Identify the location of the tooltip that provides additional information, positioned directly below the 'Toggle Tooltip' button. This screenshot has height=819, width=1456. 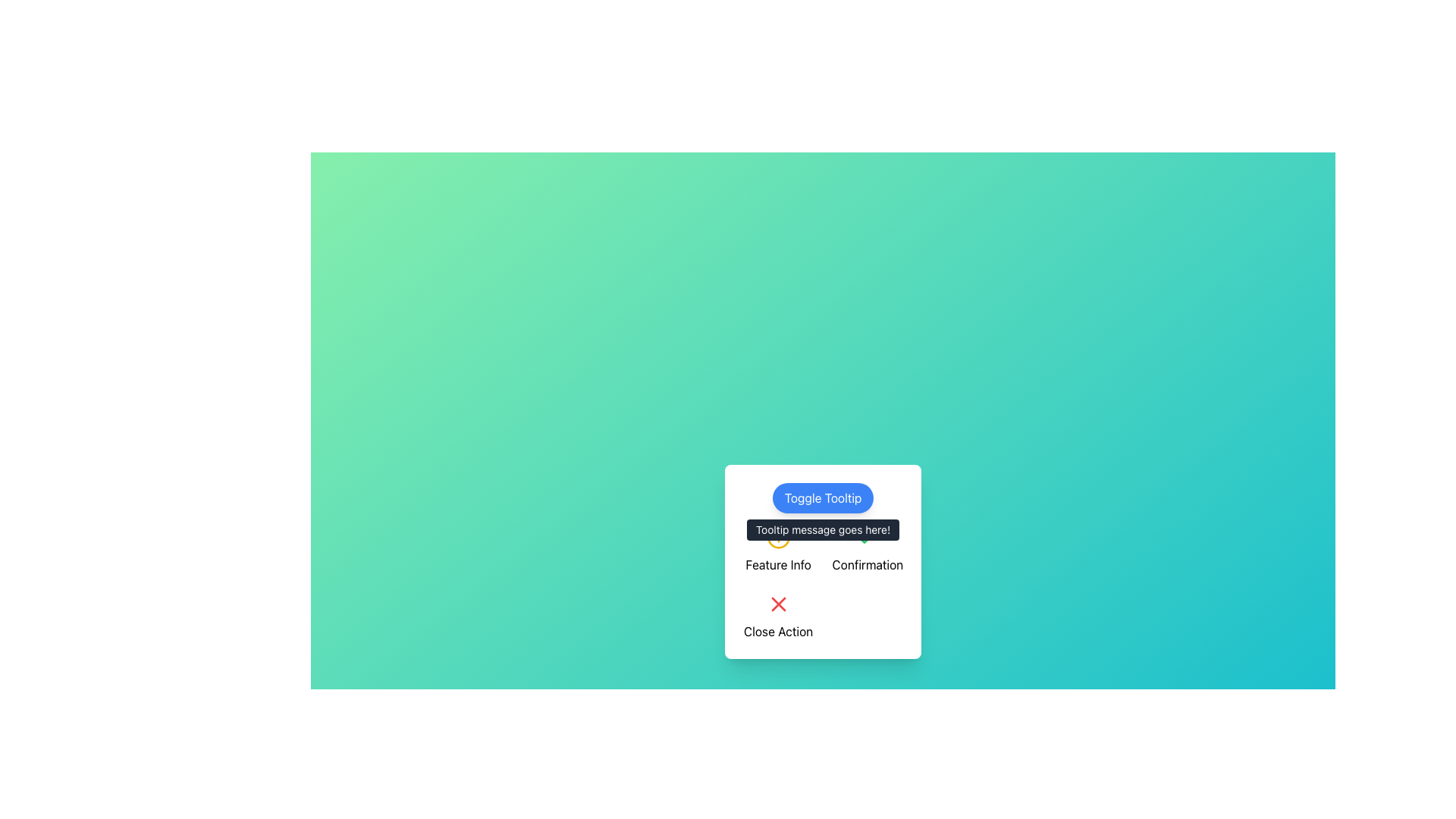
(822, 529).